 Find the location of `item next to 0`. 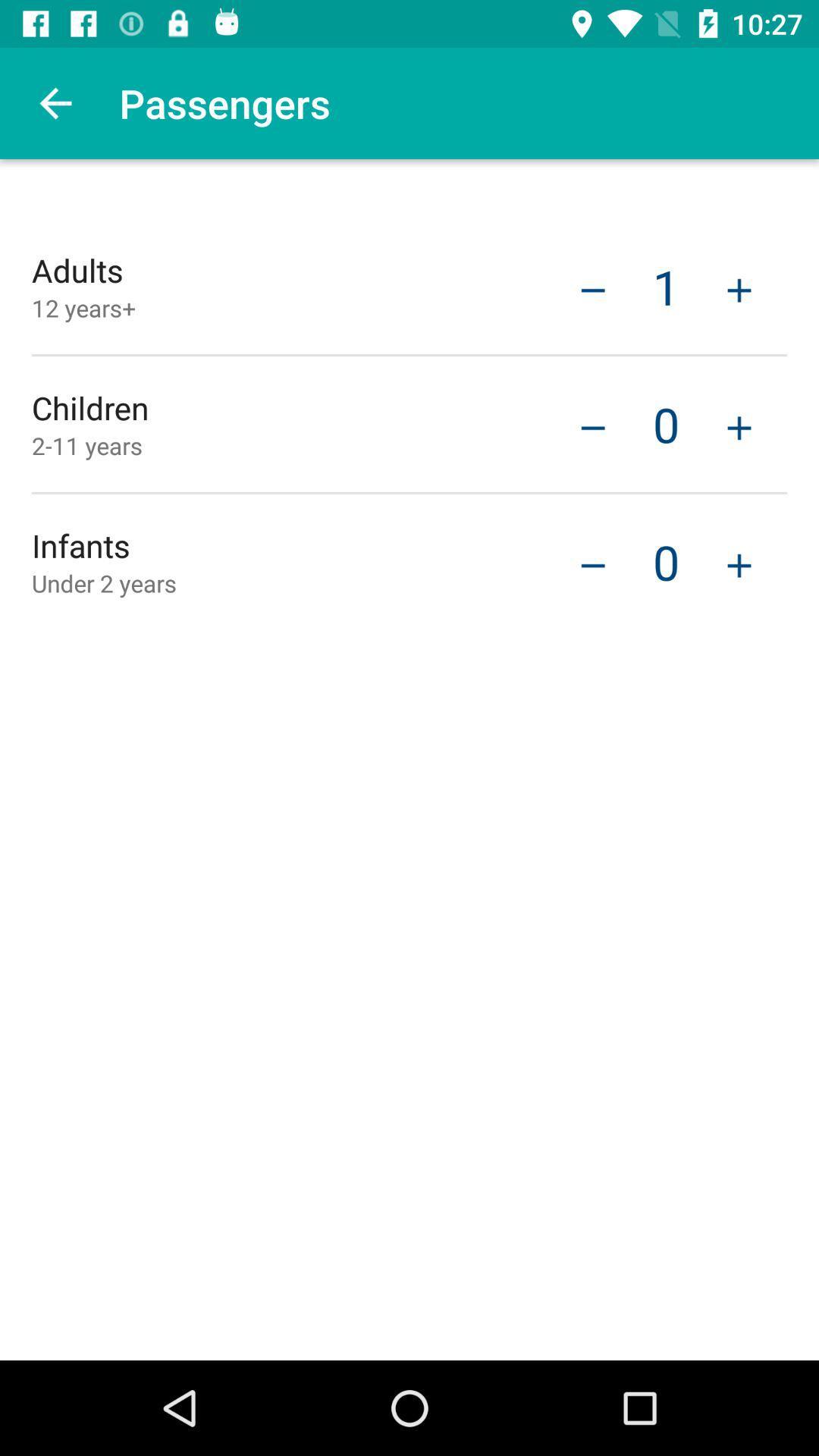

item next to 0 is located at coordinates (739, 425).